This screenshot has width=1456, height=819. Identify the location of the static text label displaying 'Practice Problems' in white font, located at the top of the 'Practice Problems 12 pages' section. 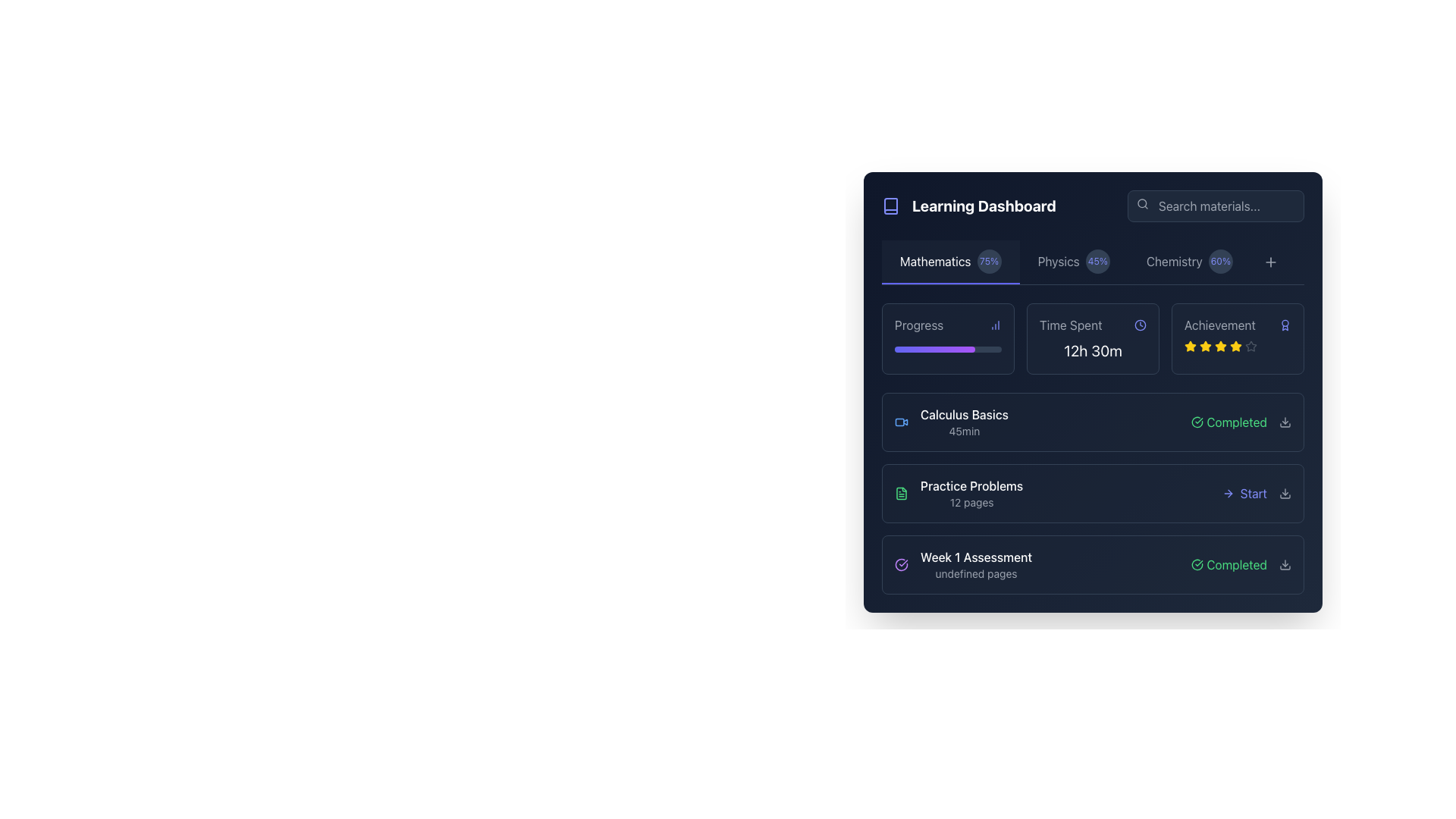
(971, 485).